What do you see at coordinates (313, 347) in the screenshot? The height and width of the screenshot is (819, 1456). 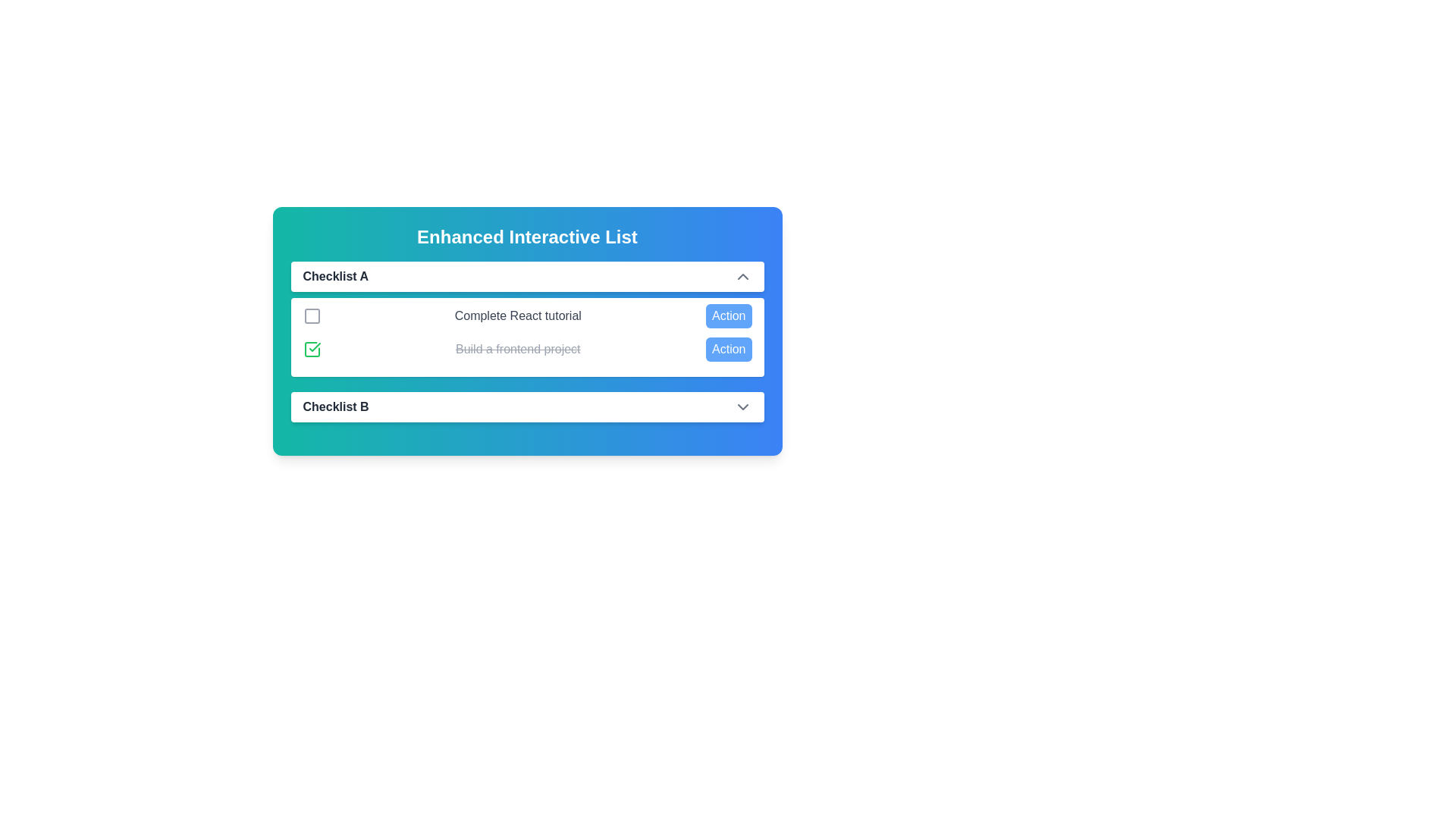 I see `the checkmark icon indicating a completed task adjacent` at bounding box center [313, 347].